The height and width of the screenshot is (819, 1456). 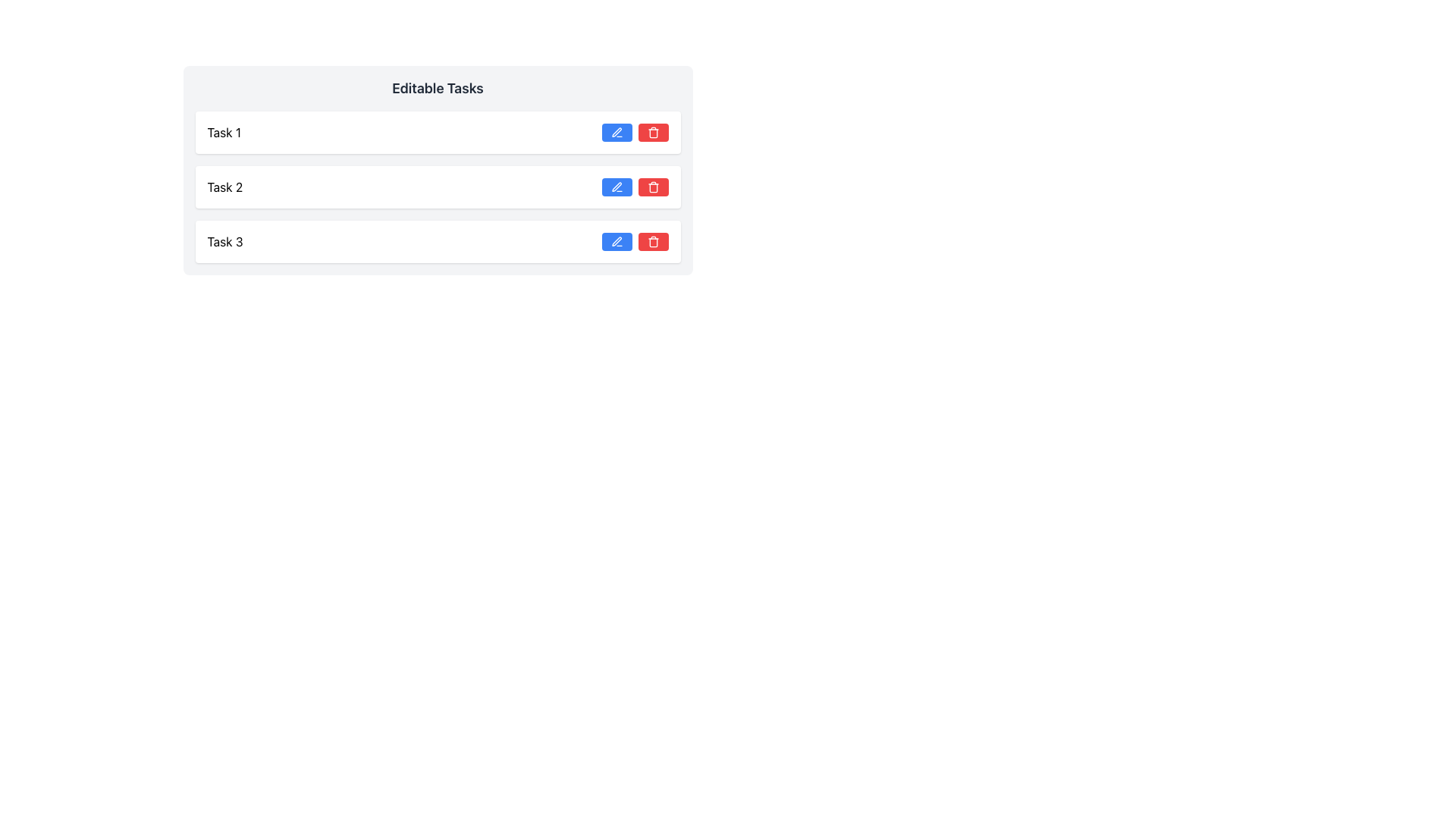 I want to click on the SVG icon button for editing 'Task 3' to initiate the task editing interface, so click(x=617, y=240).